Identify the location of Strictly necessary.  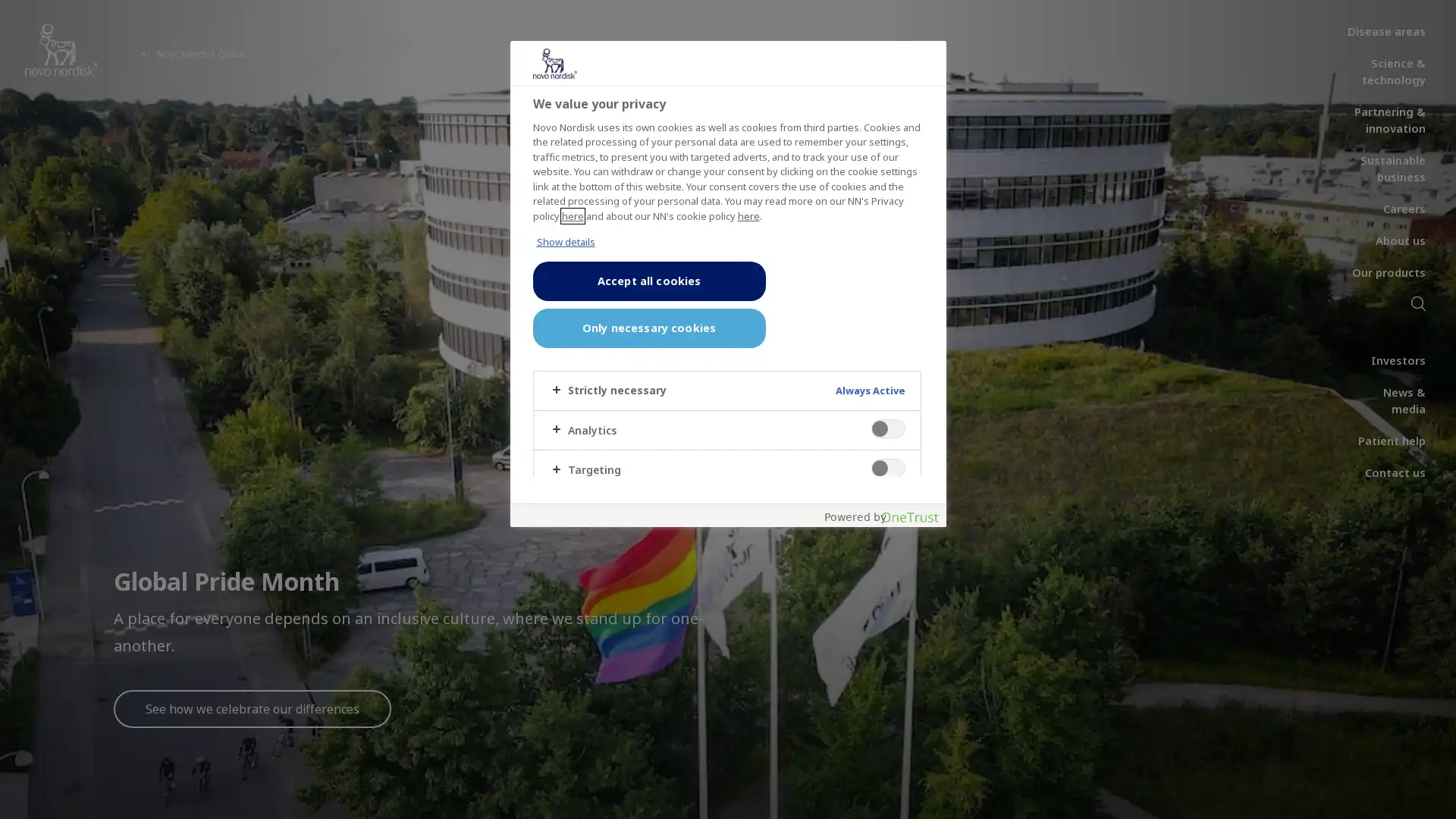
(726, 389).